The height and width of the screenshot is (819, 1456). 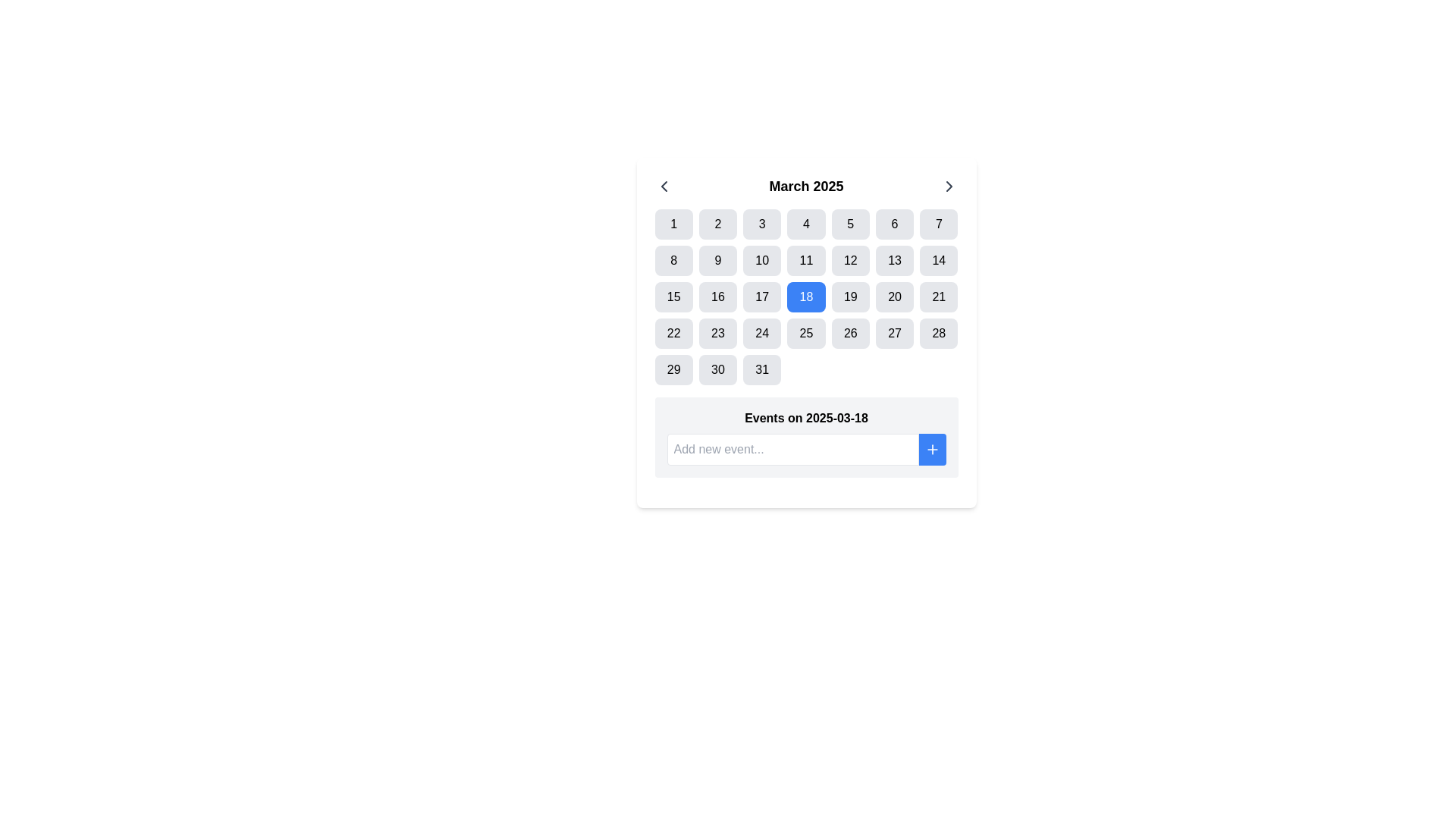 I want to click on the button representing the date '26', so click(x=850, y=332).